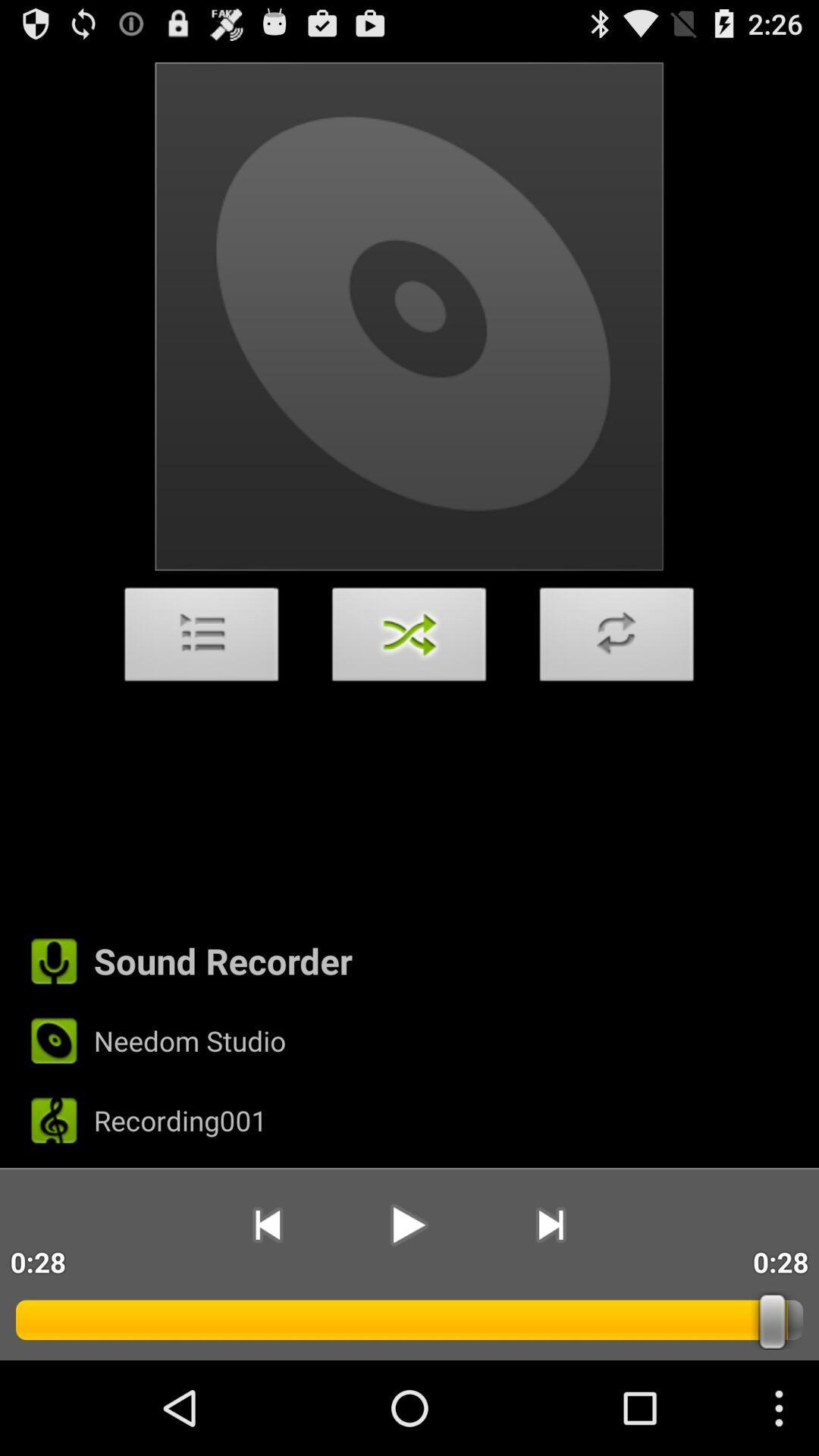  I want to click on the skip_next icon, so click(551, 1310).